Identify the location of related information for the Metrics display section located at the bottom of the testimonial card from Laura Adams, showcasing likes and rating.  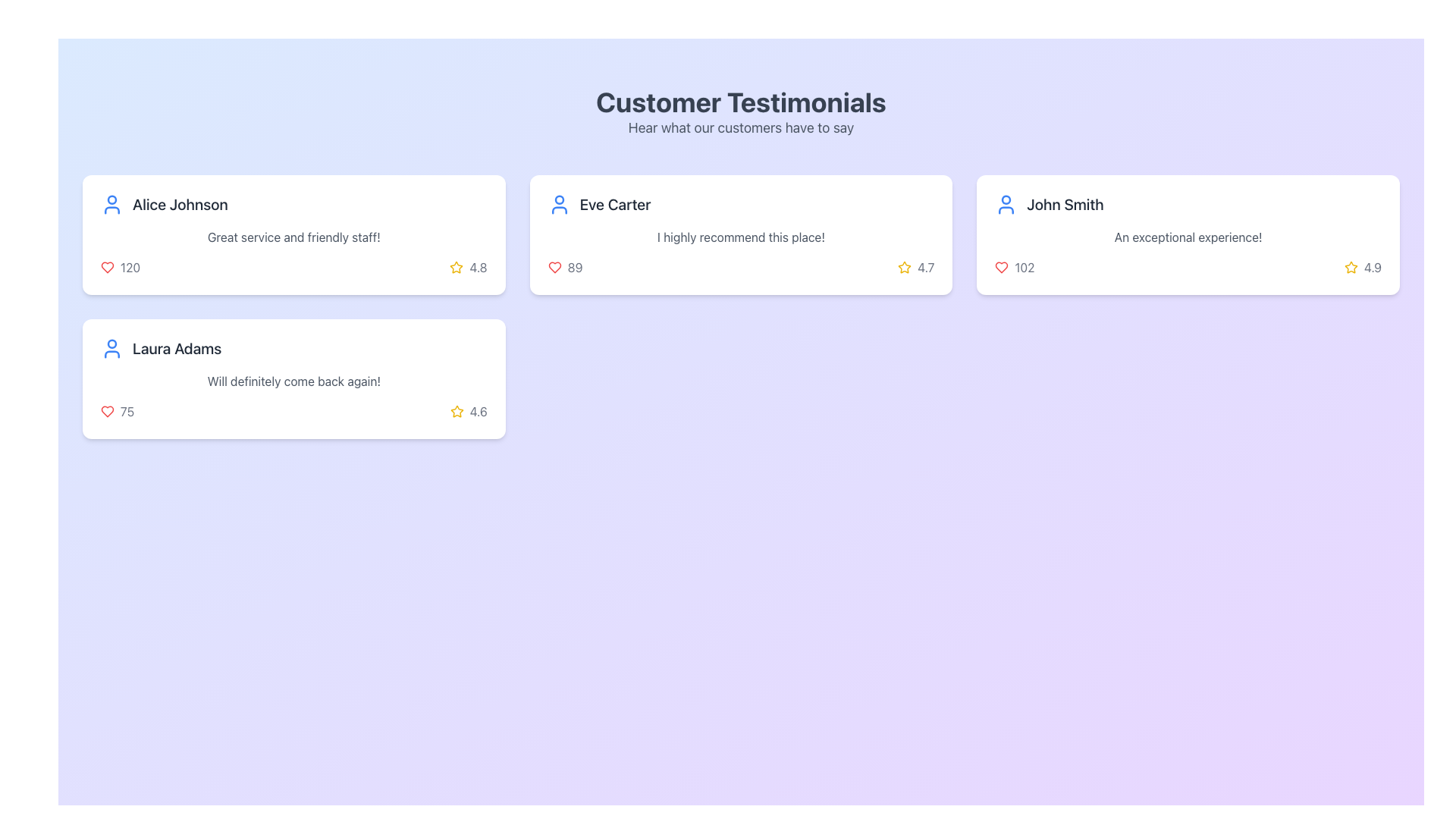
(293, 412).